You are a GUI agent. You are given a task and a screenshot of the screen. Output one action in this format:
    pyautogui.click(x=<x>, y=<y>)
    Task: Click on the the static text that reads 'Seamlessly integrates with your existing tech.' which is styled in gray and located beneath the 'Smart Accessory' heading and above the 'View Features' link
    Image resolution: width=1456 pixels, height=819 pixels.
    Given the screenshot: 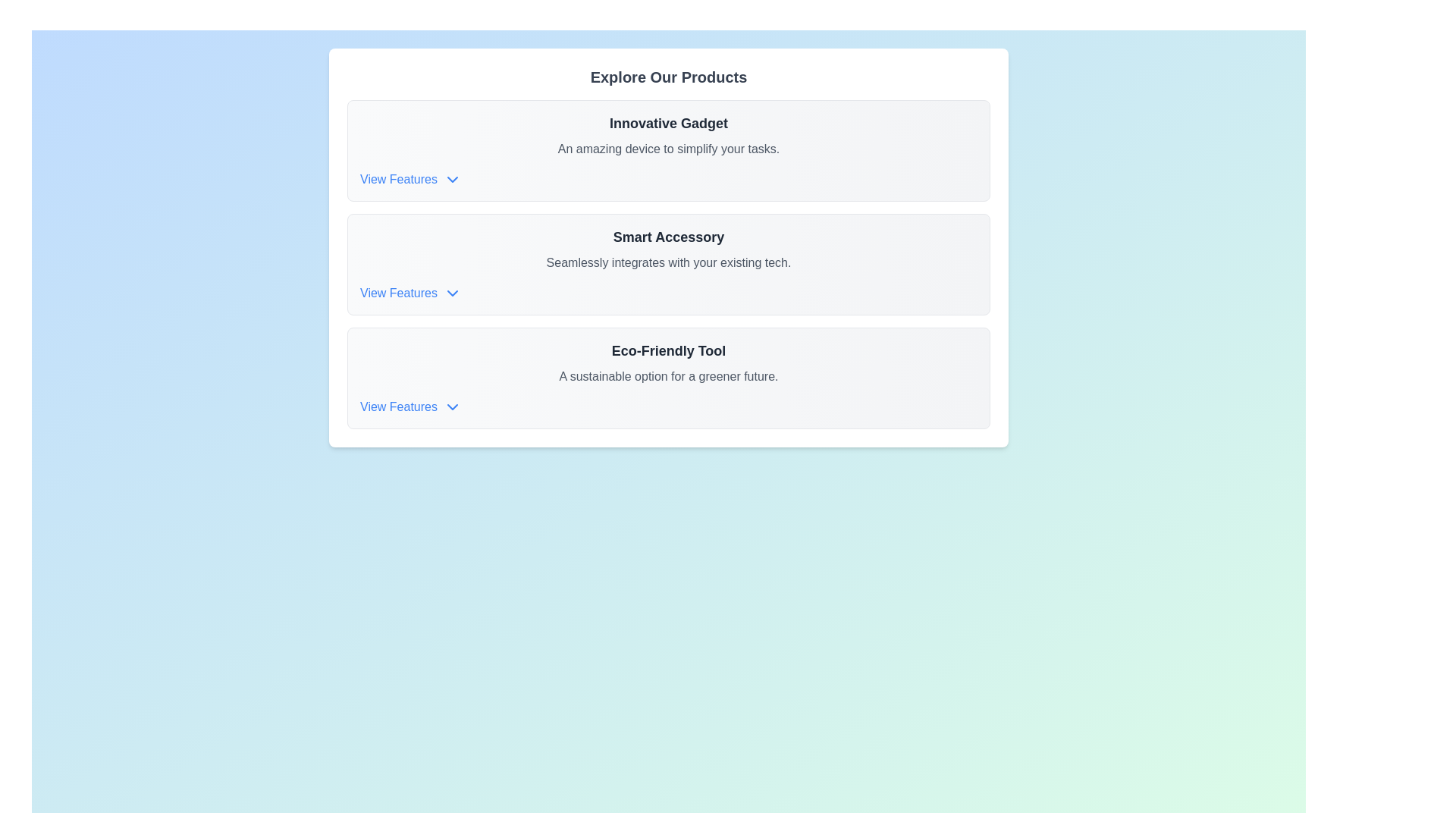 What is the action you would take?
    pyautogui.click(x=668, y=262)
    